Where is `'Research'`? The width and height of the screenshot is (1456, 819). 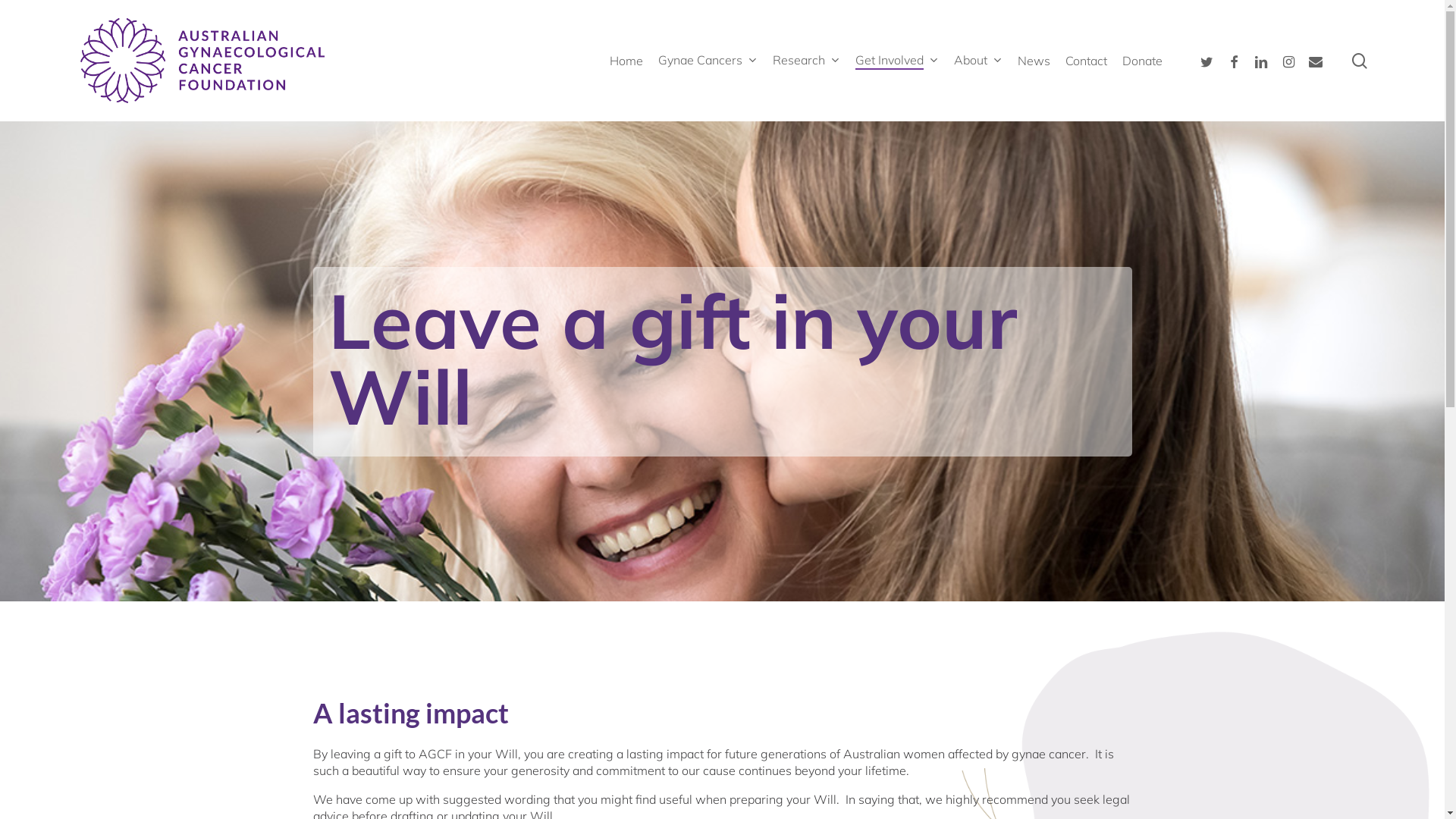 'Research' is located at coordinates (805, 60).